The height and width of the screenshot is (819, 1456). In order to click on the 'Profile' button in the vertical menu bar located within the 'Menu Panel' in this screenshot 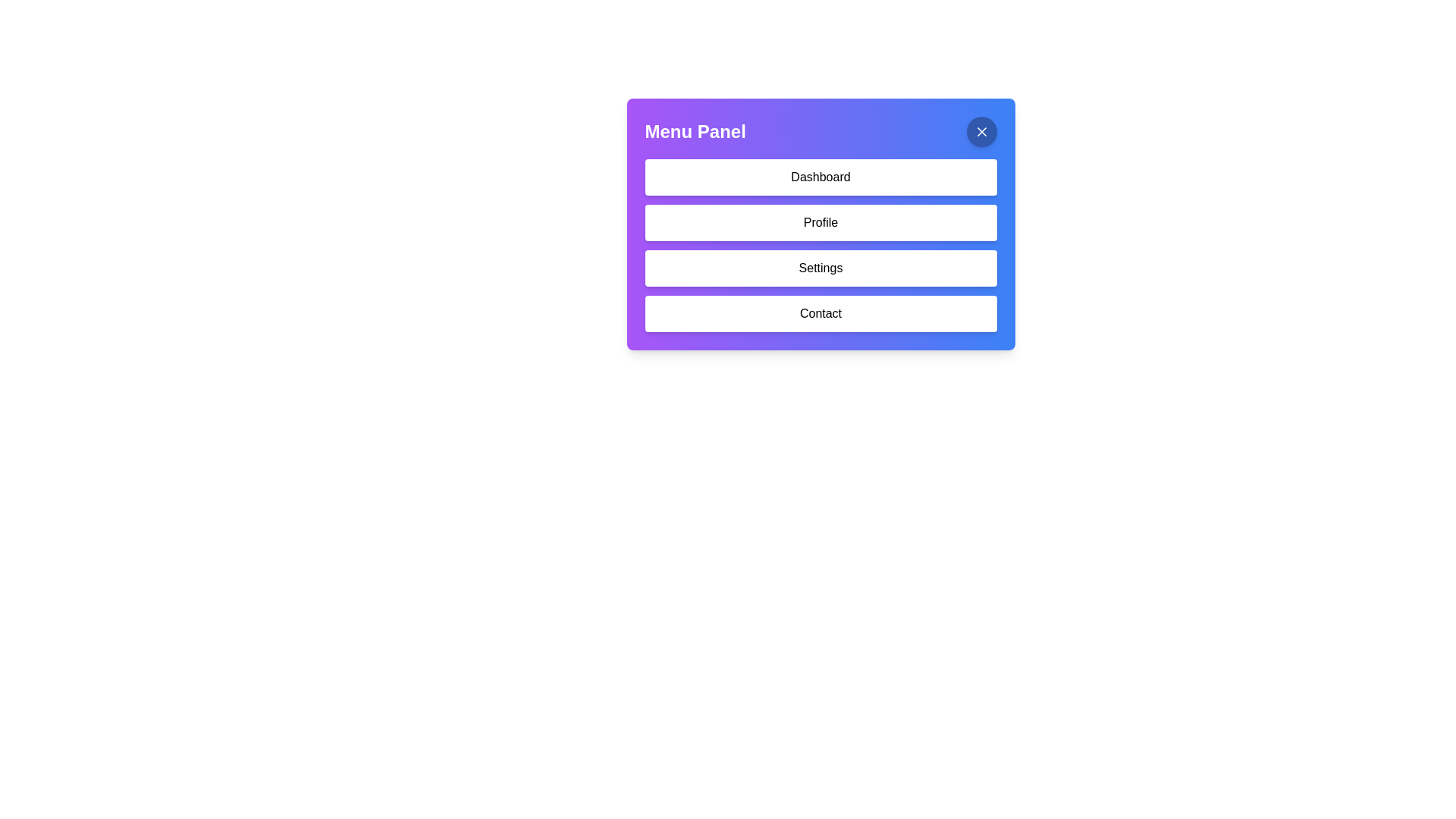, I will do `click(820, 245)`.